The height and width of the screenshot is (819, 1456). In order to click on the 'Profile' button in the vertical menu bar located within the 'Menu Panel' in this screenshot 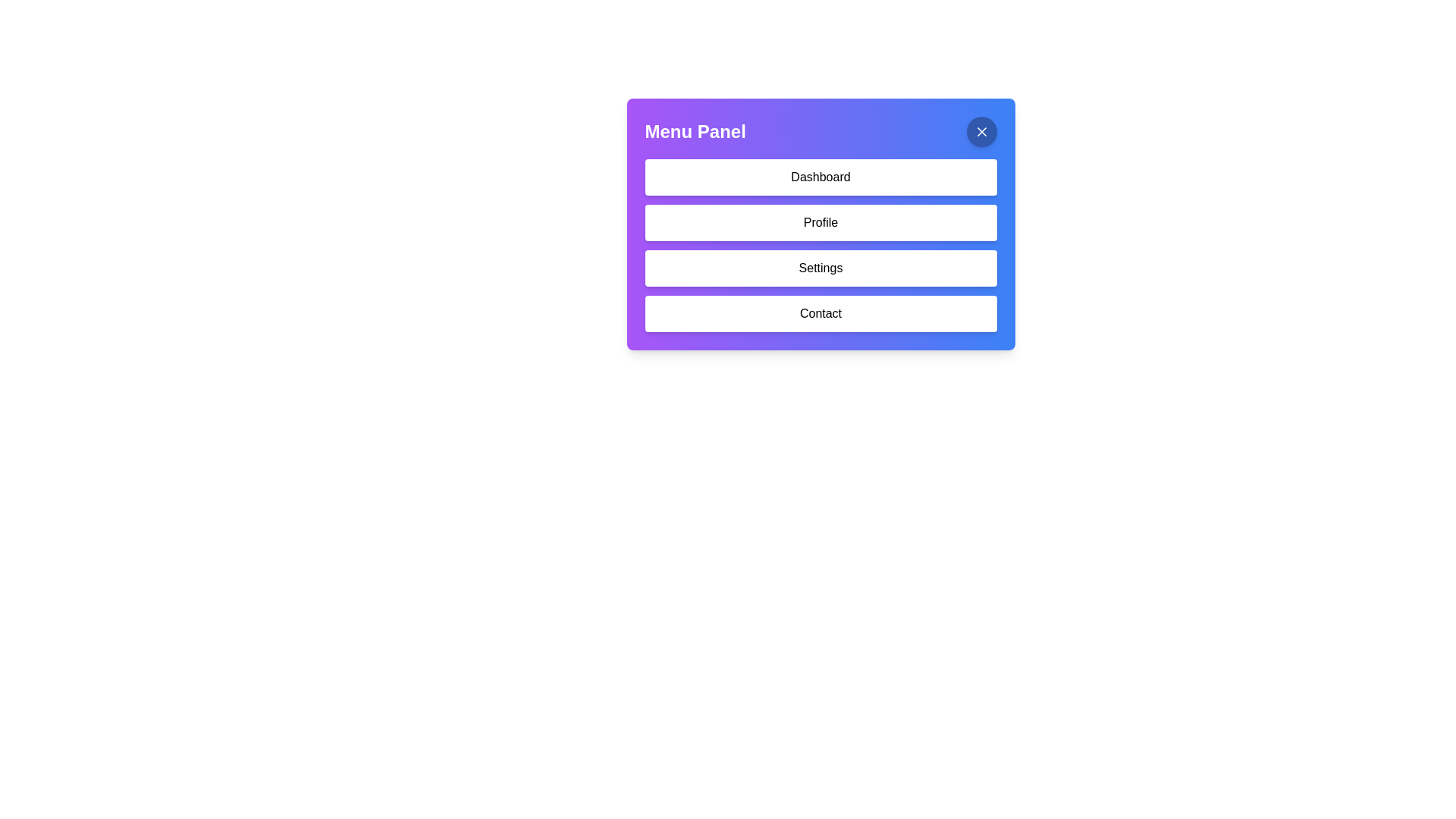, I will do `click(820, 245)`.